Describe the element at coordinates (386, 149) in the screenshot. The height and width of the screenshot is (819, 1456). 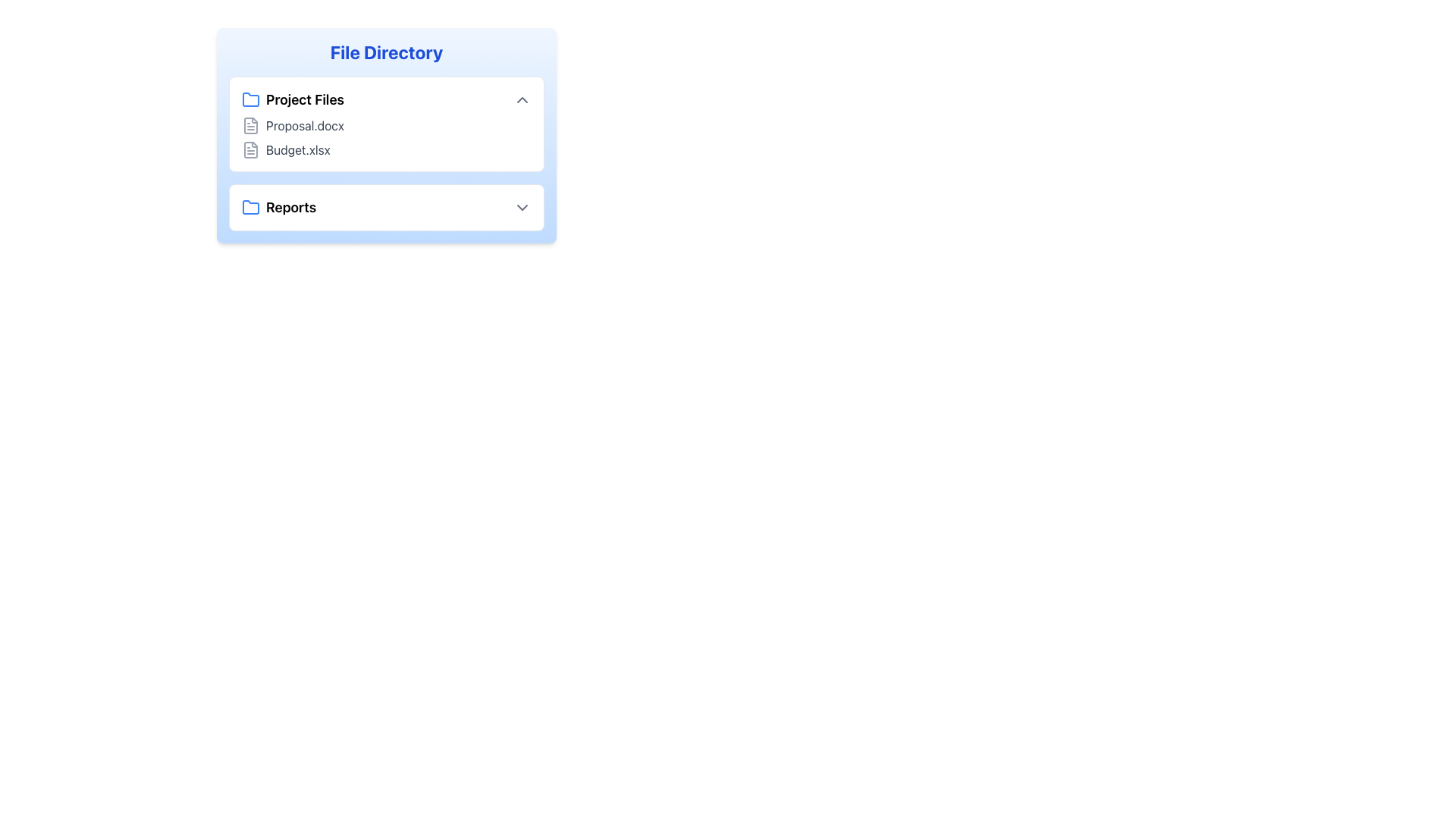
I see `the List item representing the file 'Budget.xlsx'` at that location.